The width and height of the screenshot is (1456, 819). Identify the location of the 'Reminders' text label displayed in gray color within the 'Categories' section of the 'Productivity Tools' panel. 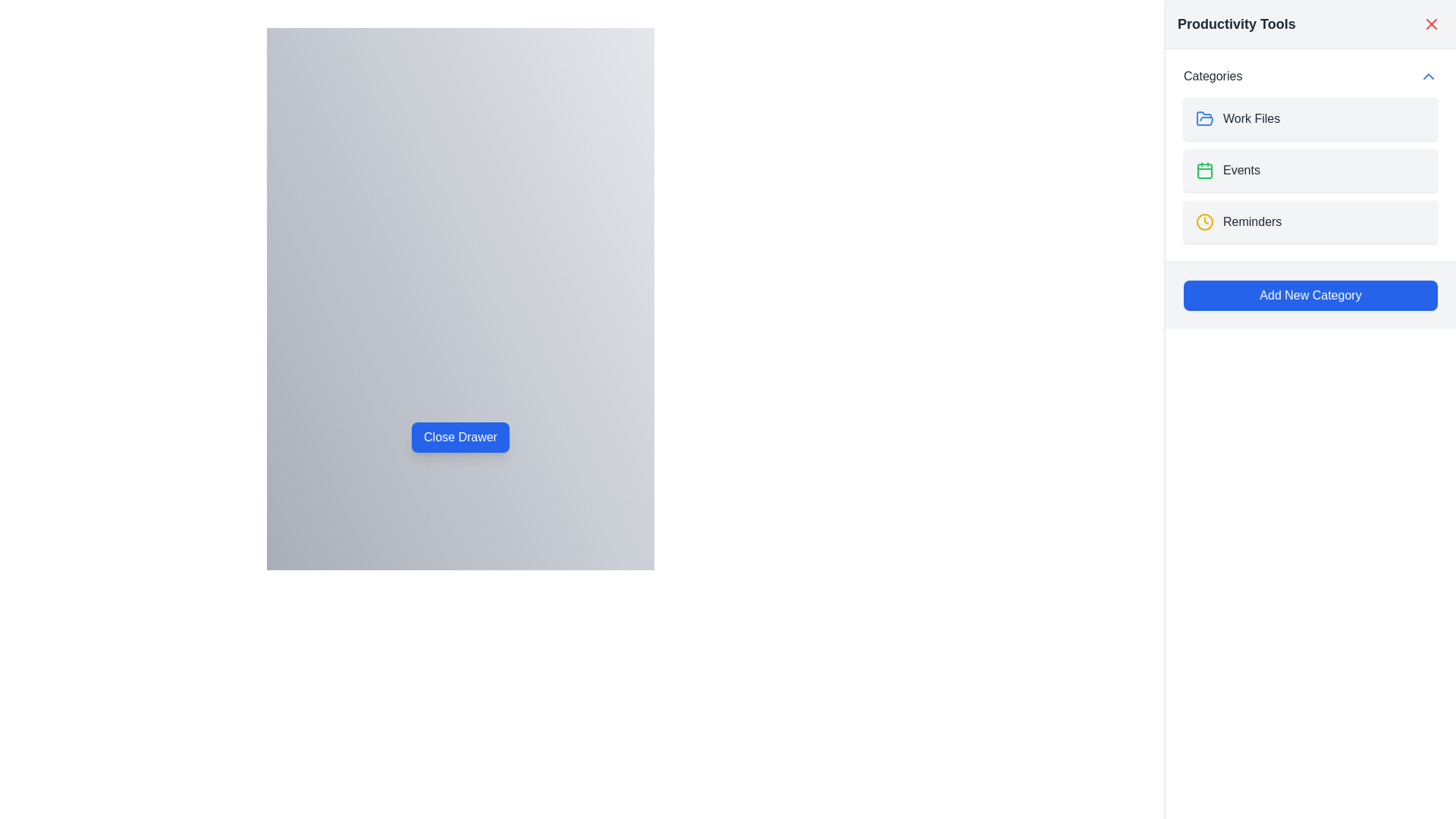
(1252, 222).